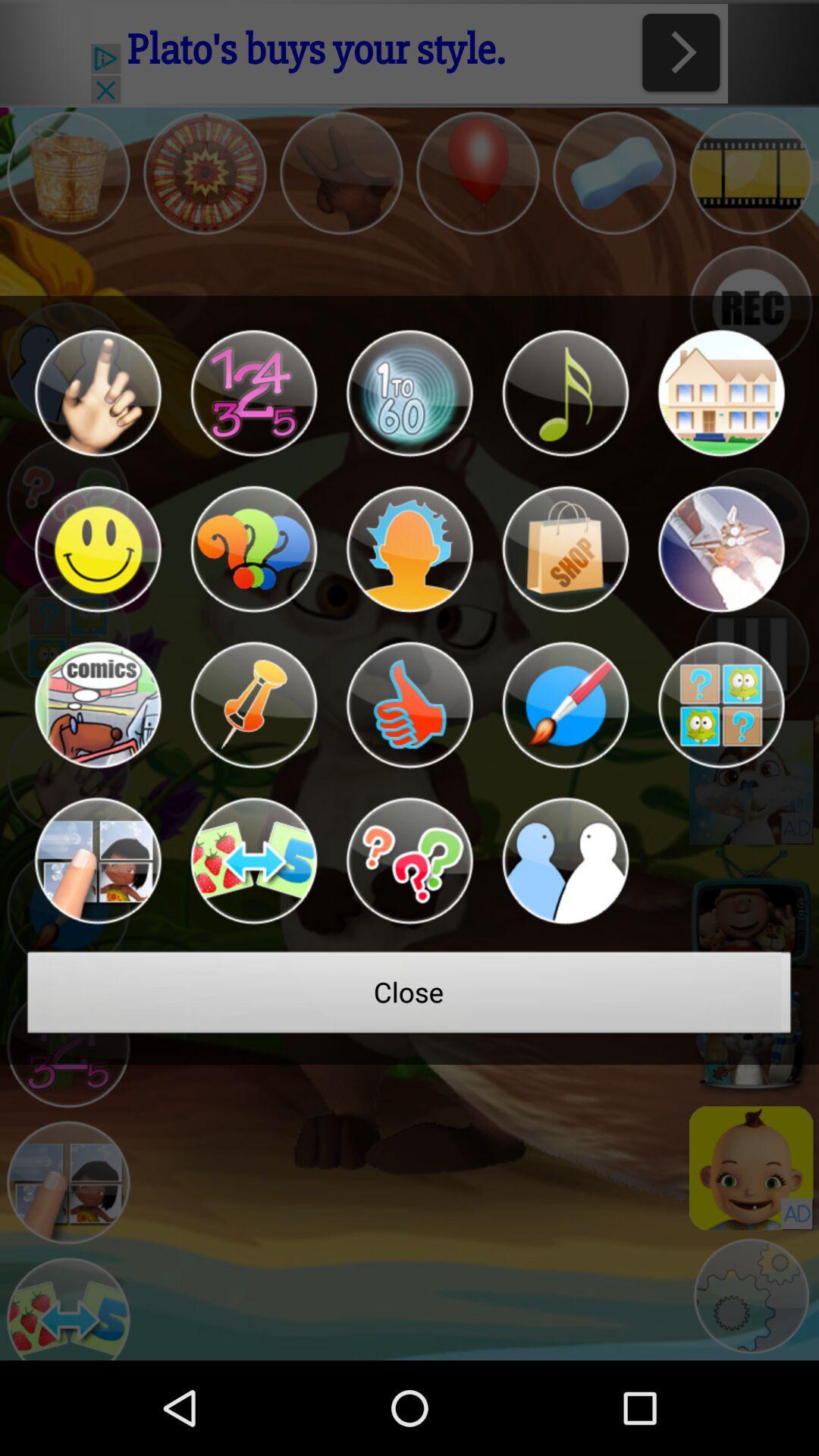 The width and height of the screenshot is (819, 1456). What do you see at coordinates (97, 393) in the screenshot?
I see `an avatar` at bounding box center [97, 393].